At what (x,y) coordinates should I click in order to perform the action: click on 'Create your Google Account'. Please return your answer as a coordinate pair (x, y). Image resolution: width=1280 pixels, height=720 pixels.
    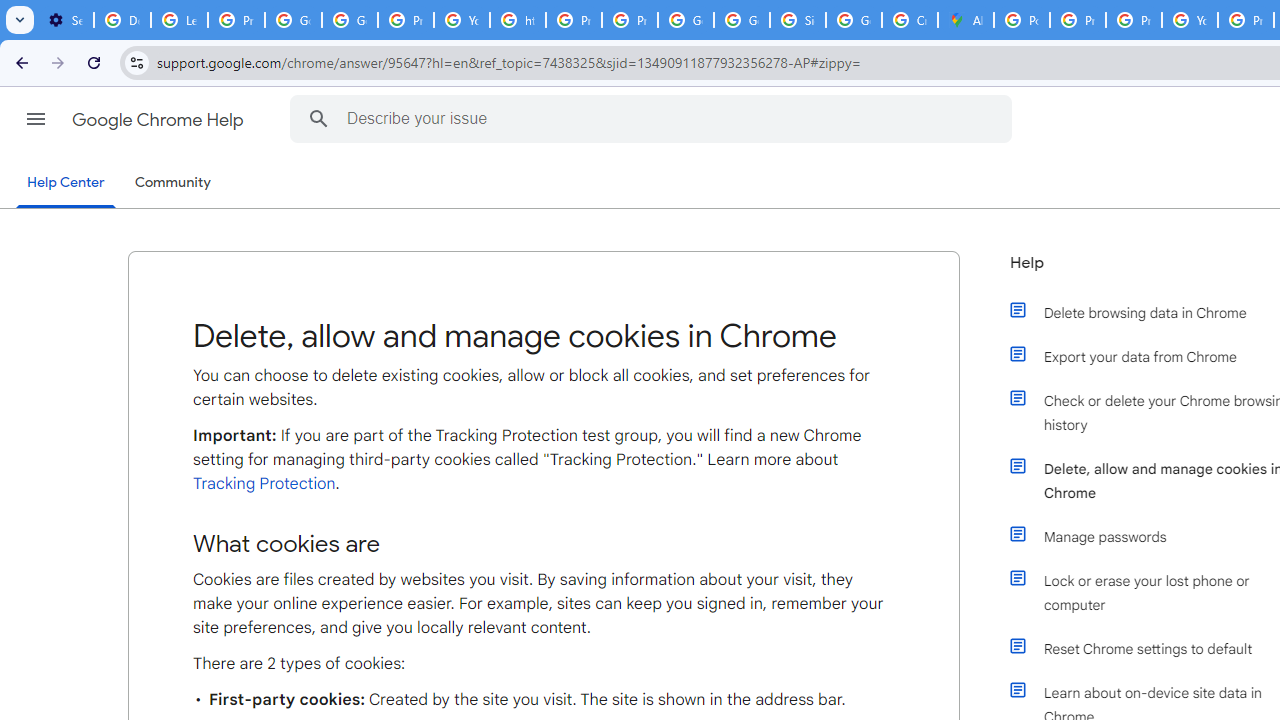
    Looking at the image, I should click on (909, 20).